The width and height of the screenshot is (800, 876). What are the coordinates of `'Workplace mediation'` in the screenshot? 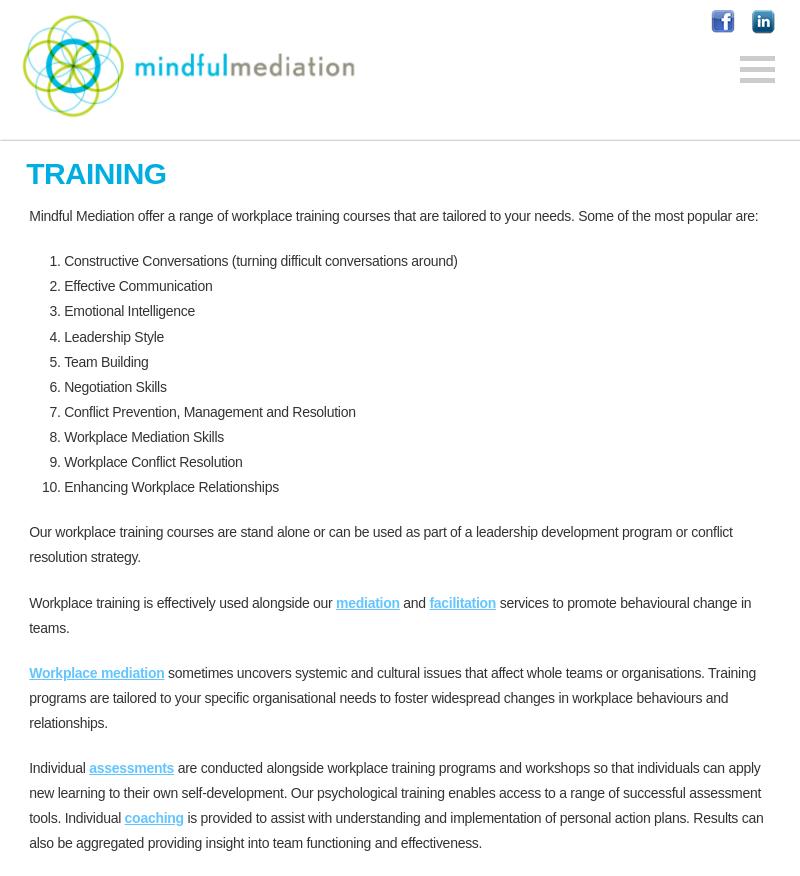 It's located at (96, 670).